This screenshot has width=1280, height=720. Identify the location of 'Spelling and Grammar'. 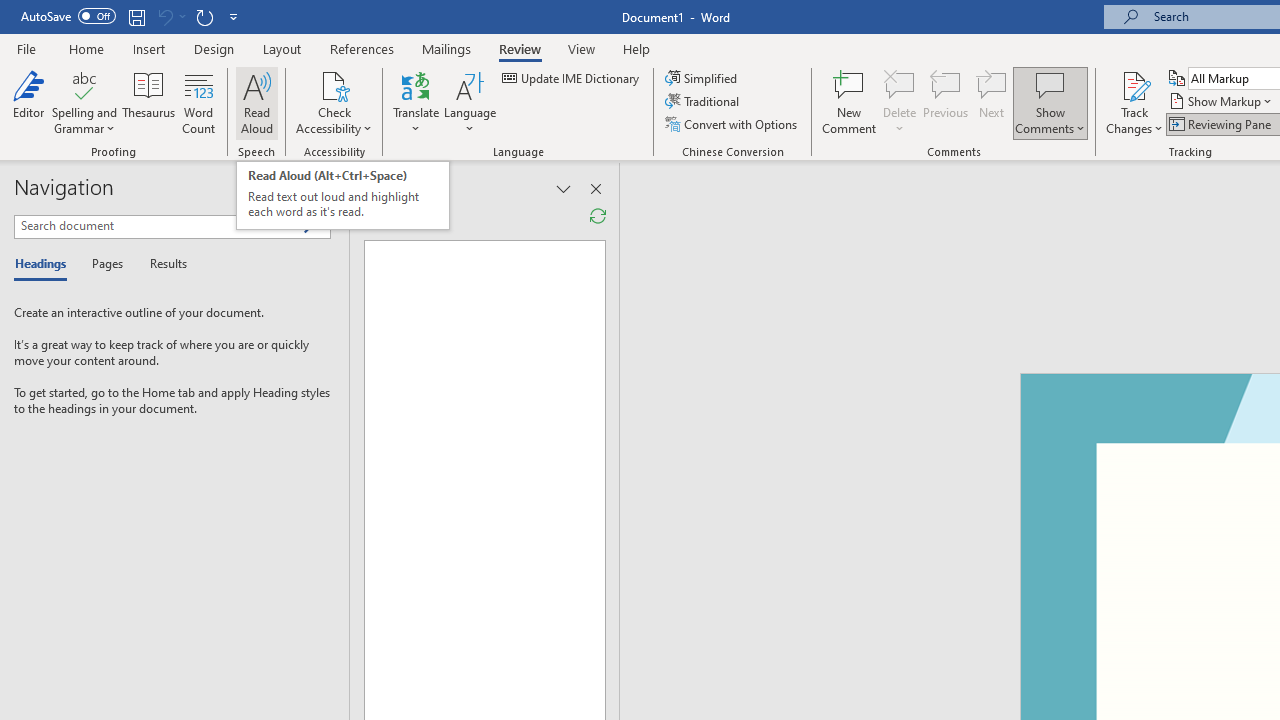
(84, 84).